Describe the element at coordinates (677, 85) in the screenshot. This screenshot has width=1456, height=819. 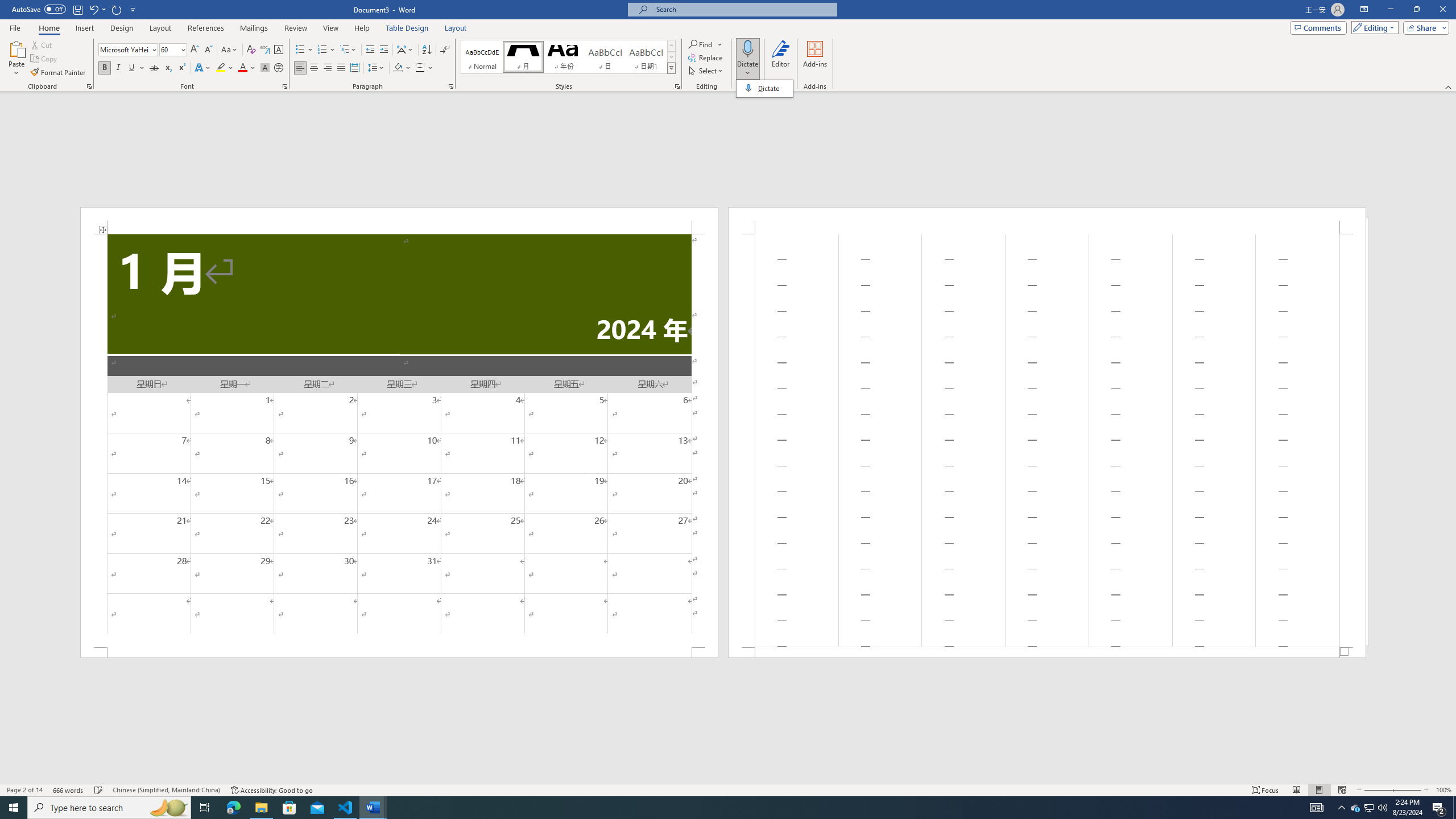
I see `'Styles...'` at that location.